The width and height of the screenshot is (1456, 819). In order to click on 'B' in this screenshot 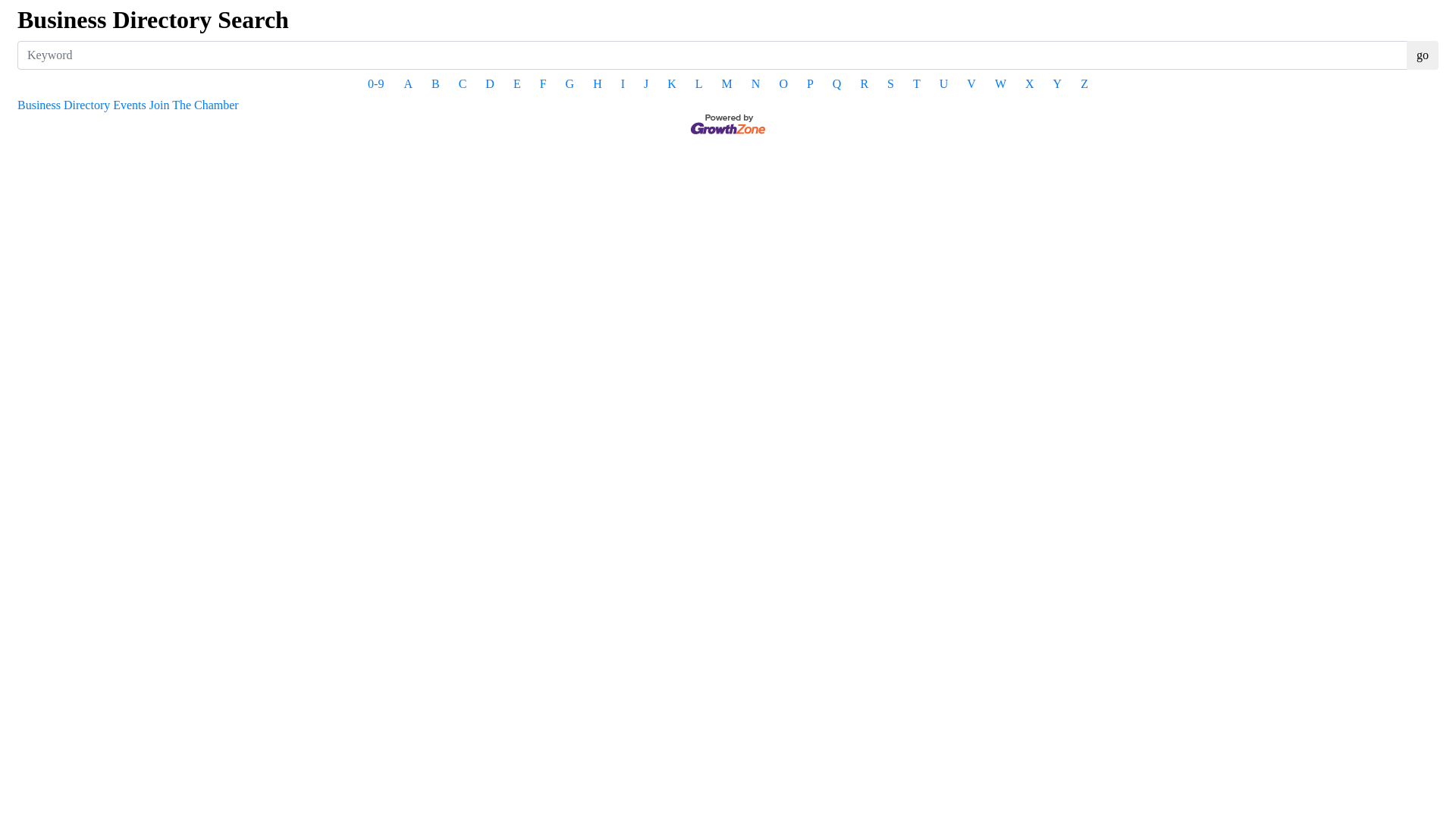, I will do `click(435, 84)`.